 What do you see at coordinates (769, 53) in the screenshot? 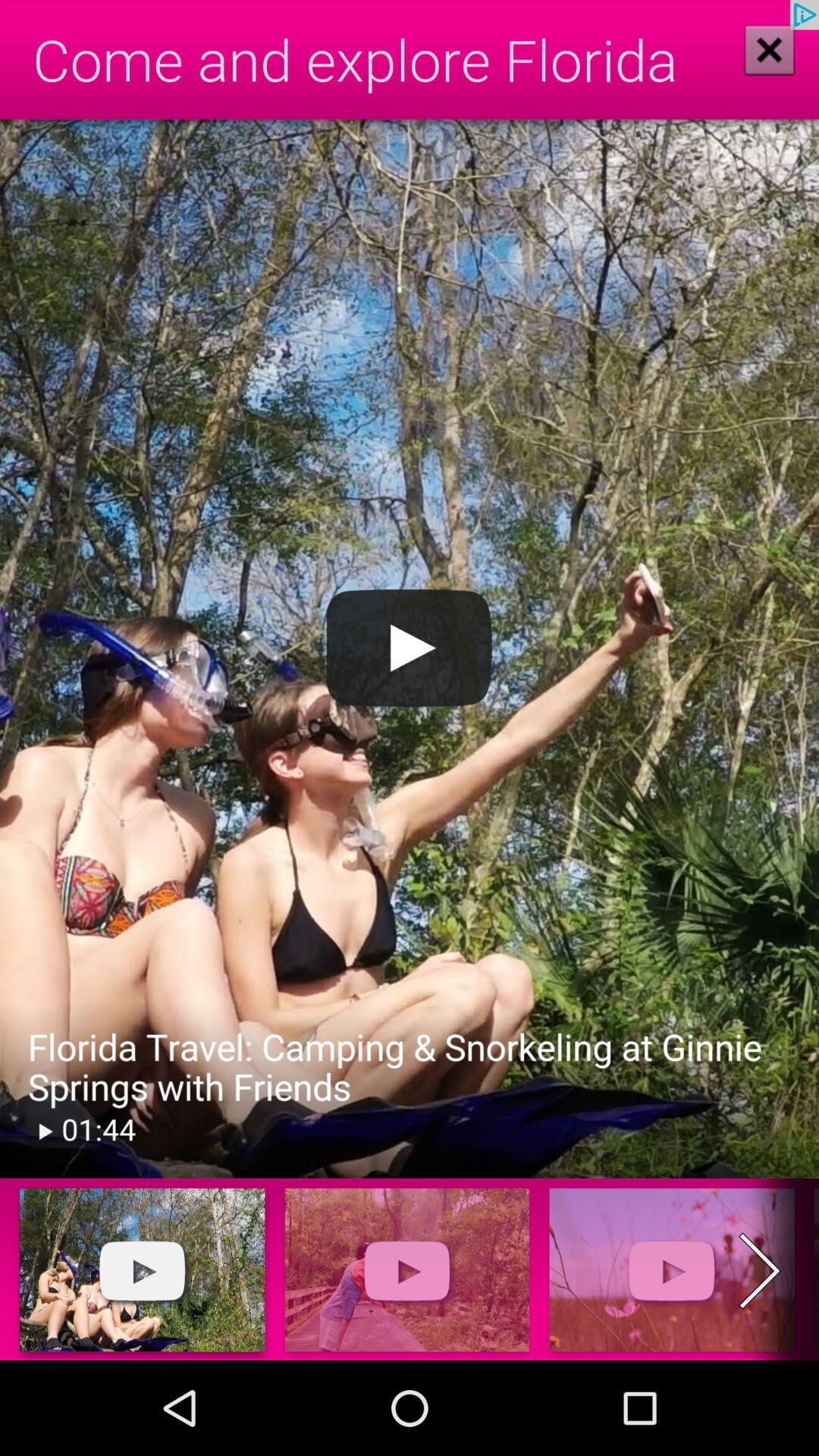
I see `the close icon` at bounding box center [769, 53].